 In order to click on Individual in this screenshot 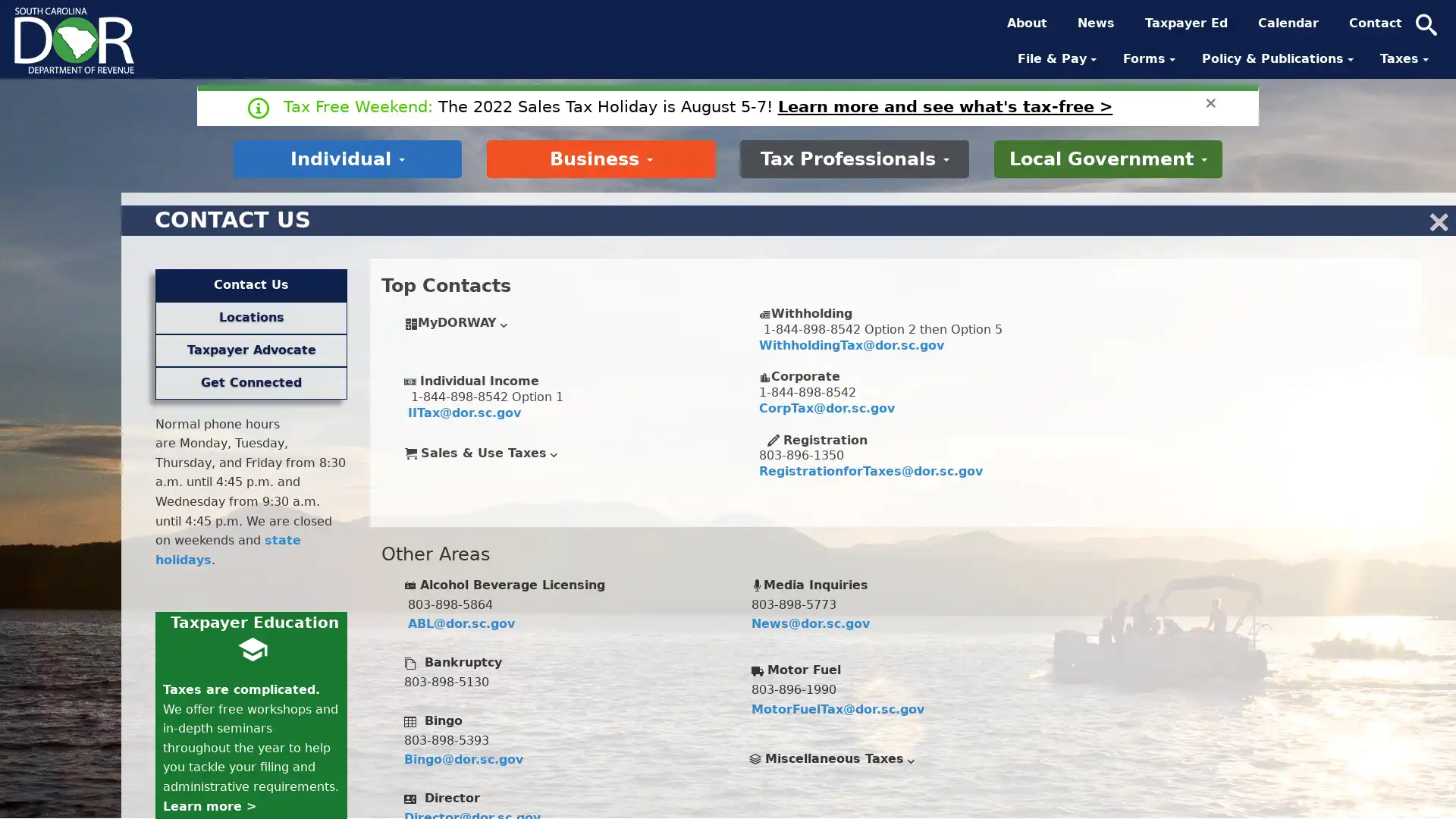, I will do `click(346, 158)`.